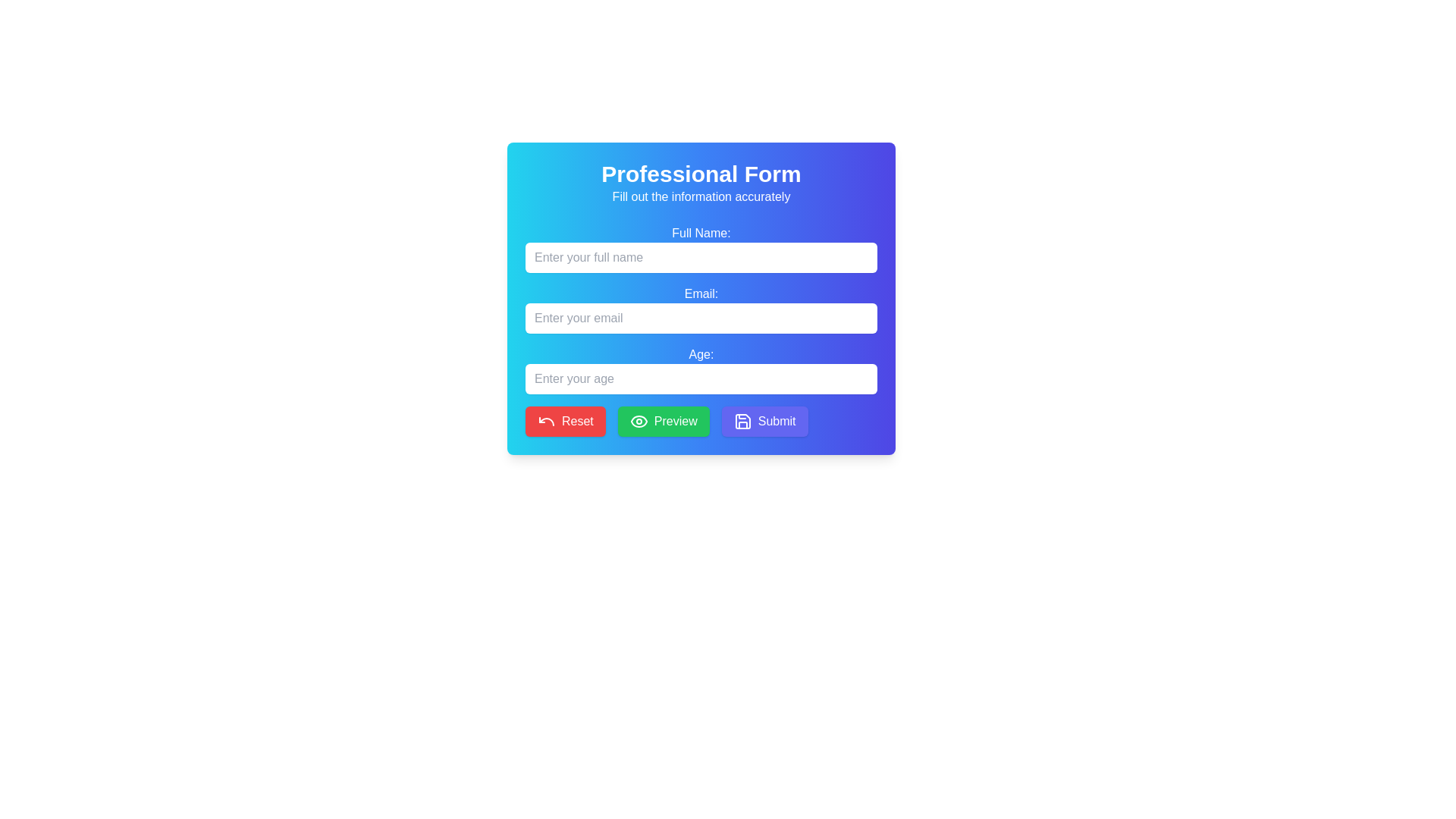  I want to click on the save icon within the 'Submit' button, which features a folder-like shape and a blue background, located at the bottom-right corner of the form interface, so click(742, 421).